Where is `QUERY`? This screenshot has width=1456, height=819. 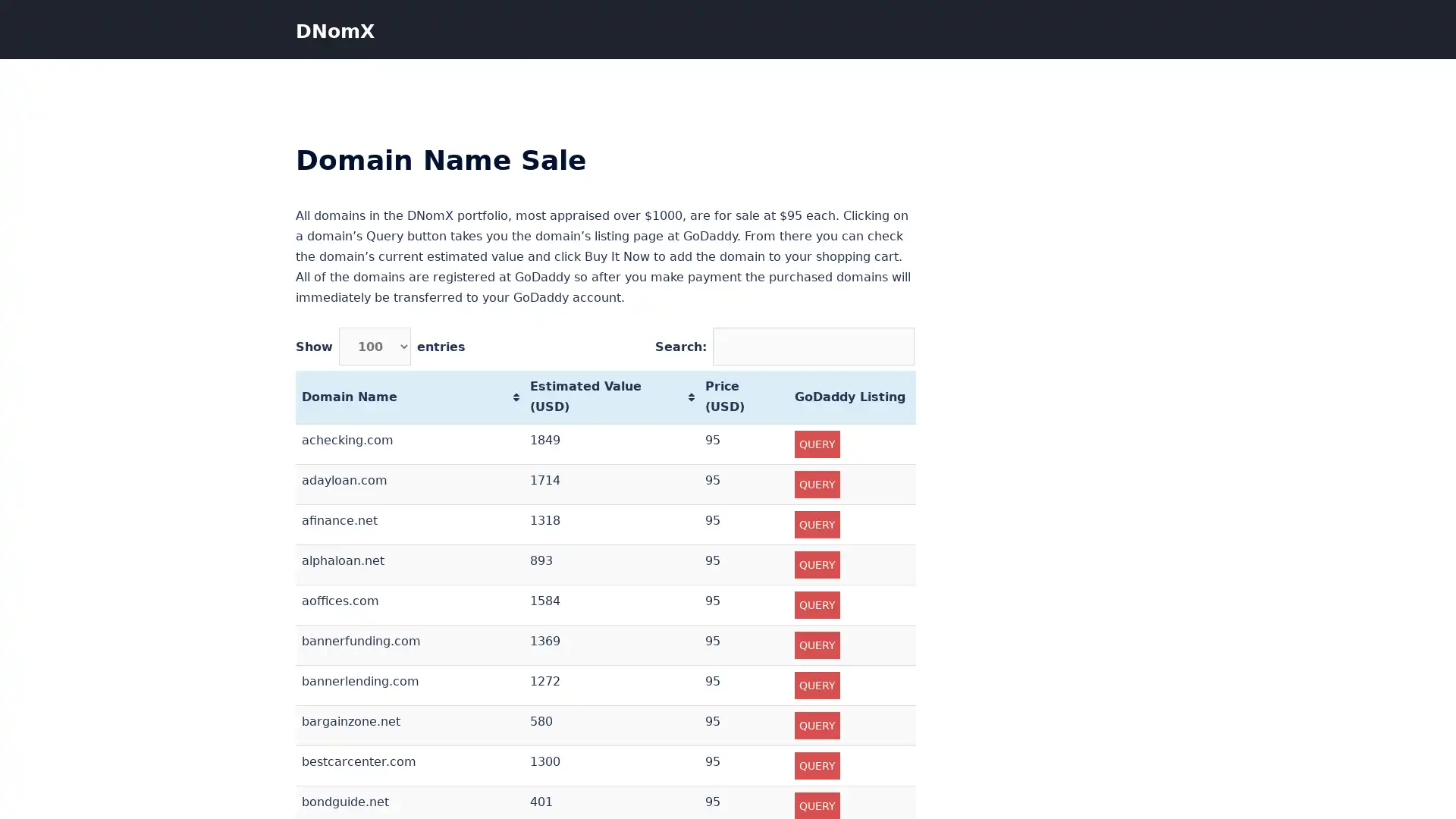 QUERY is located at coordinates (815, 485).